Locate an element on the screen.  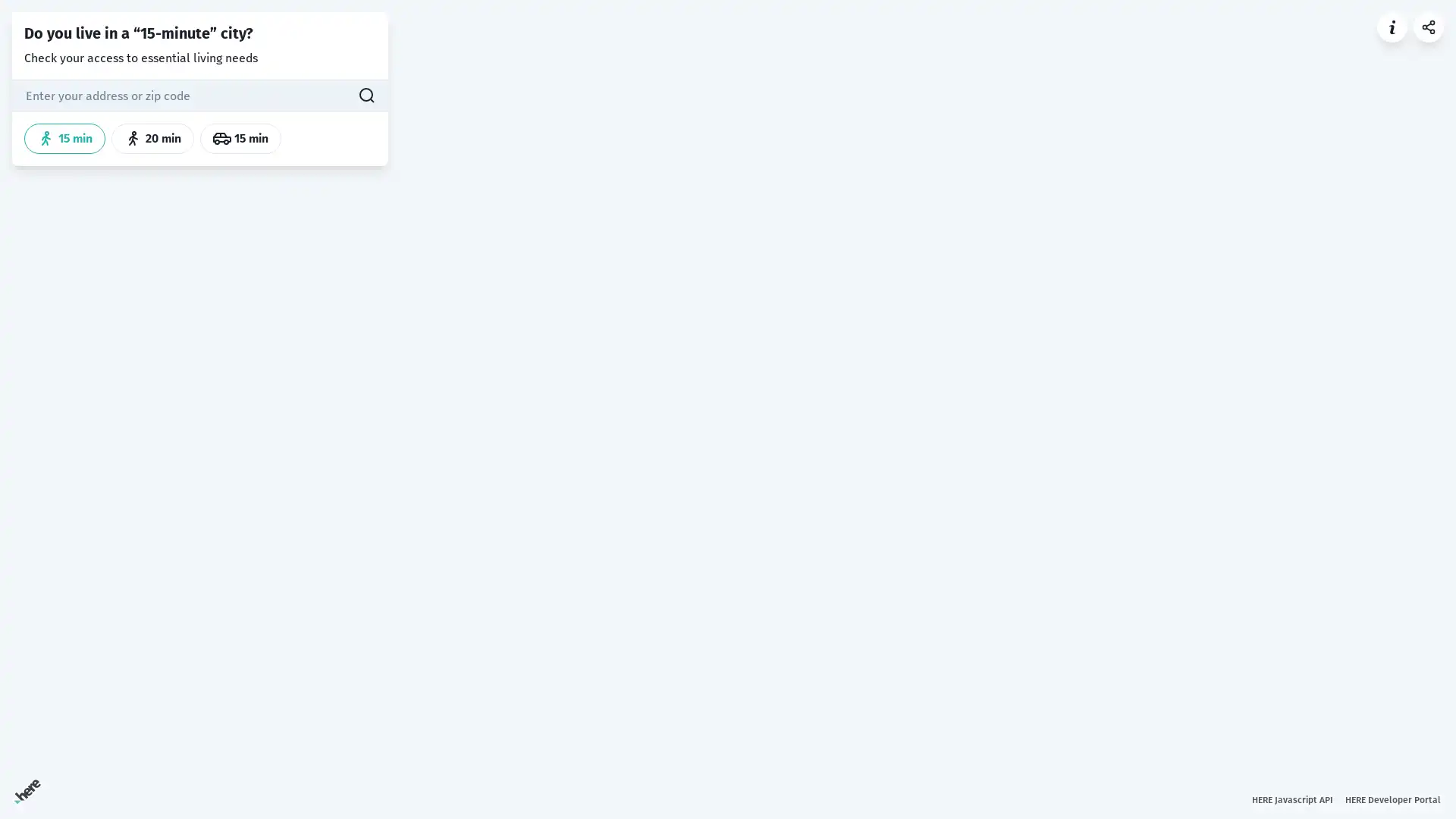
15 min is located at coordinates (64, 138).